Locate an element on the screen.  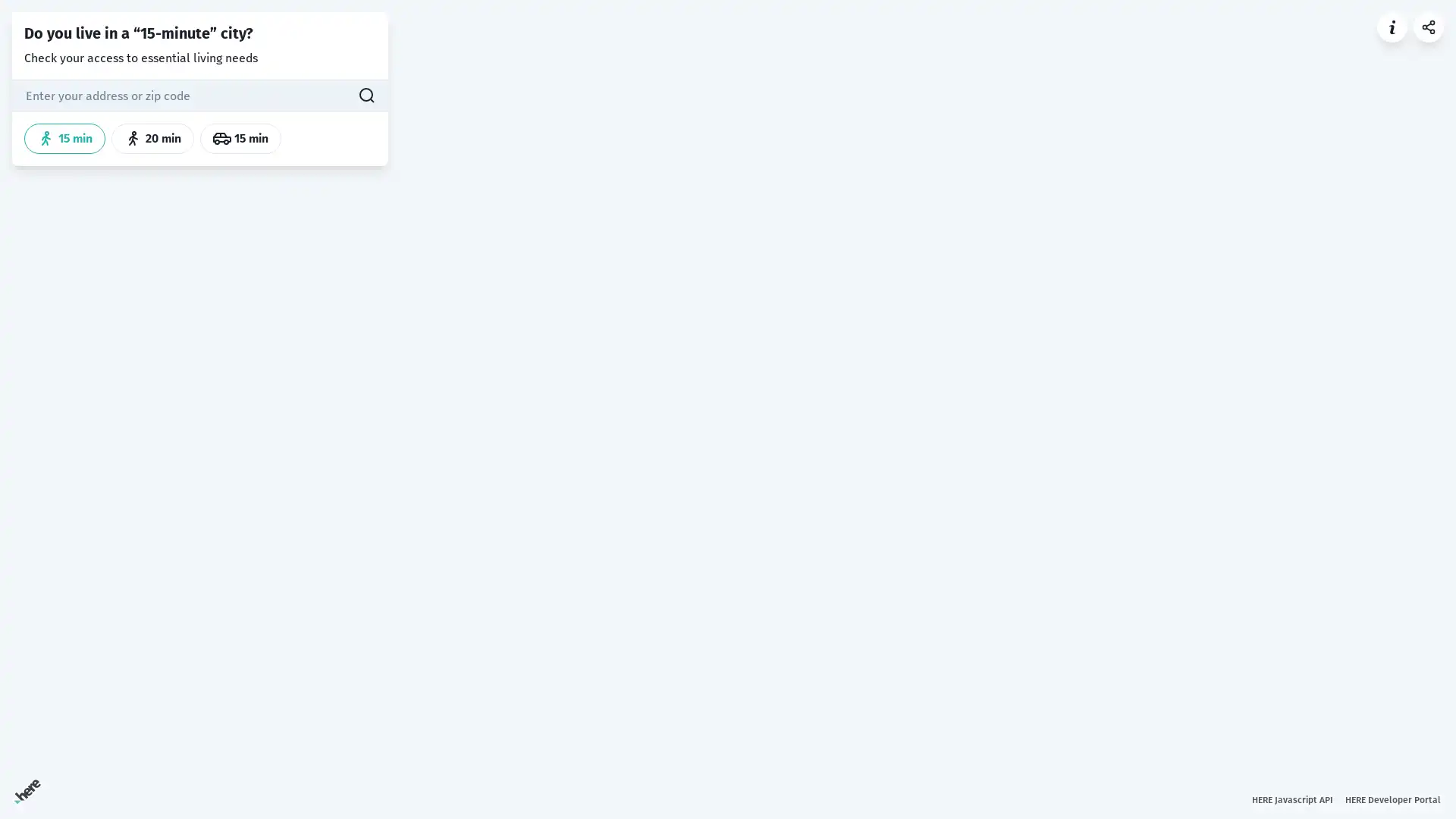
15 min is located at coordinates (64, 138).